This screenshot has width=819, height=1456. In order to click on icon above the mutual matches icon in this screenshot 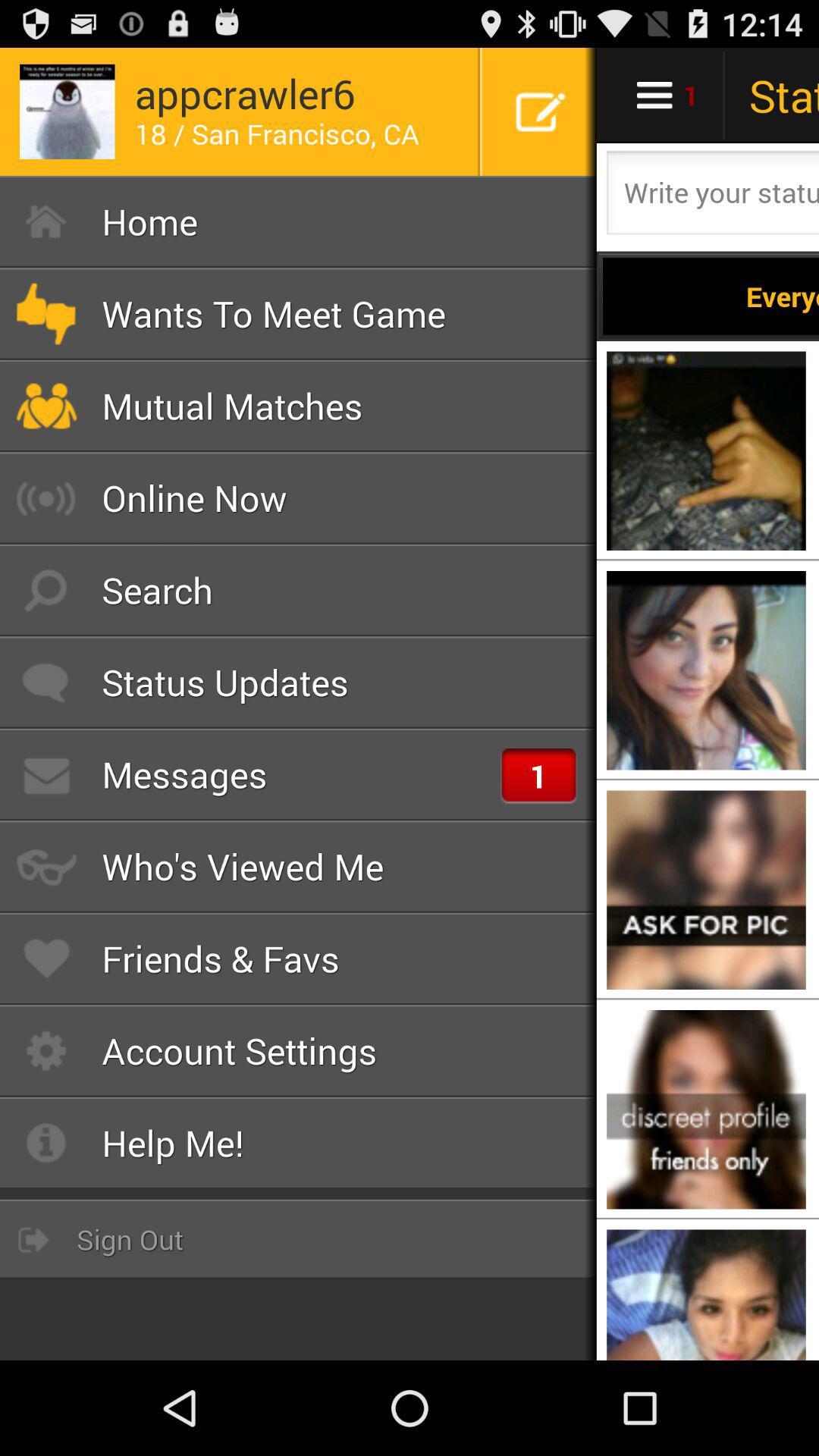, I will do `click(298, 312)`.